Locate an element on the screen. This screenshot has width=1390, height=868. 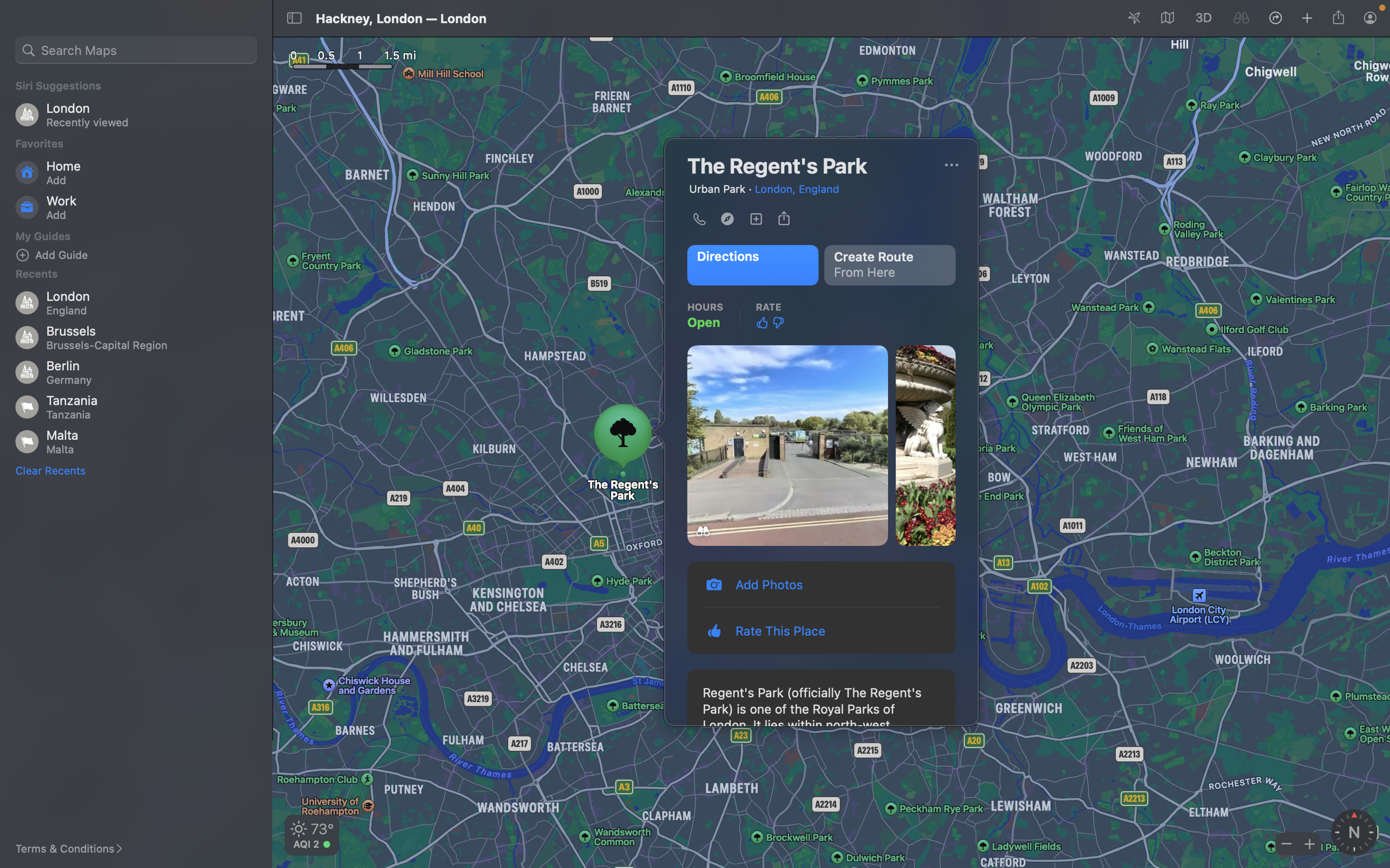
scrolling to enlarge the view of the map is located at coordinates (2366475, 810278).